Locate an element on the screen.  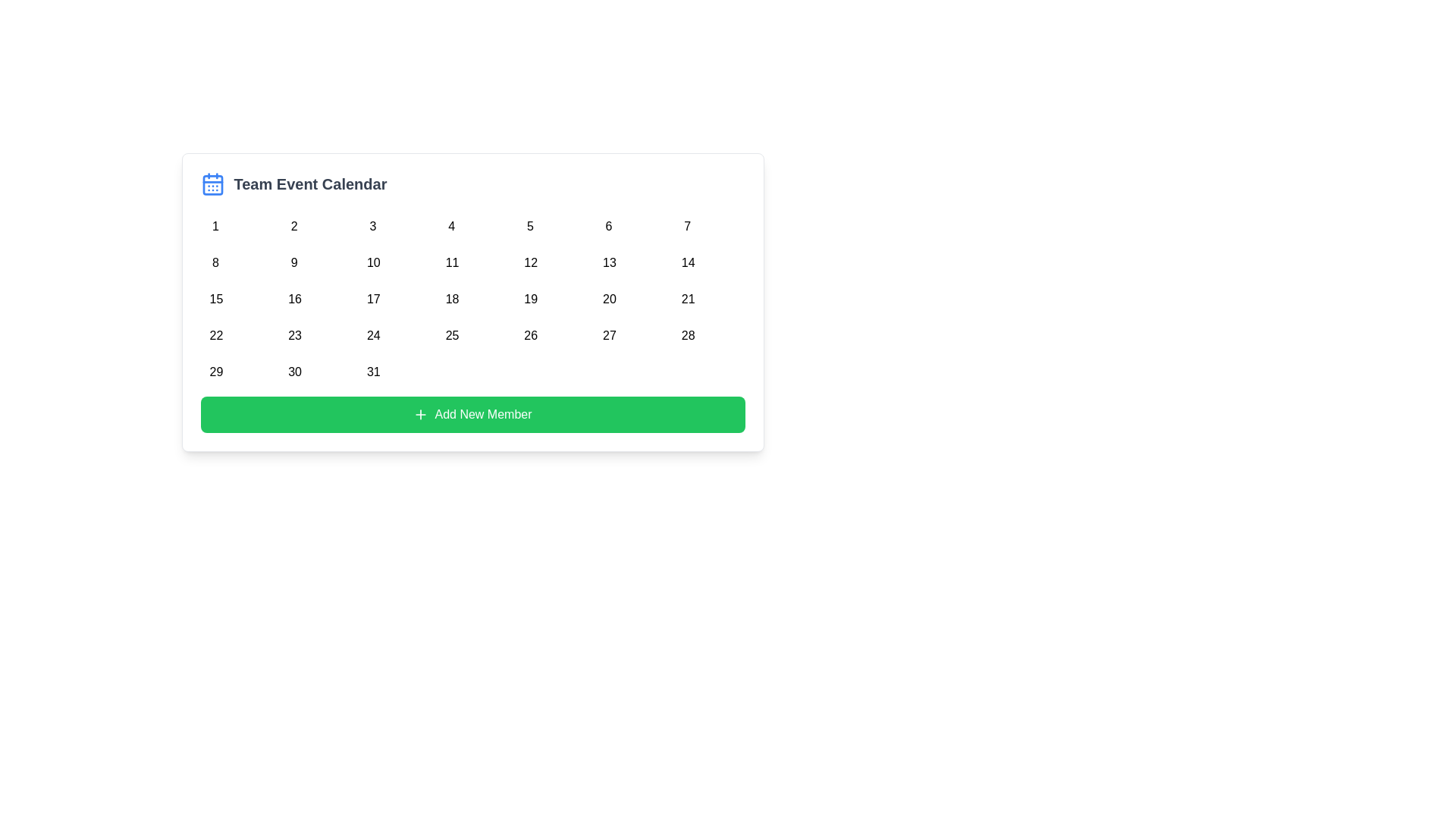
the button representing the 12th day of the calendar located in the grid under 'Team Event Calendar' is located at coordinates (530, 259).